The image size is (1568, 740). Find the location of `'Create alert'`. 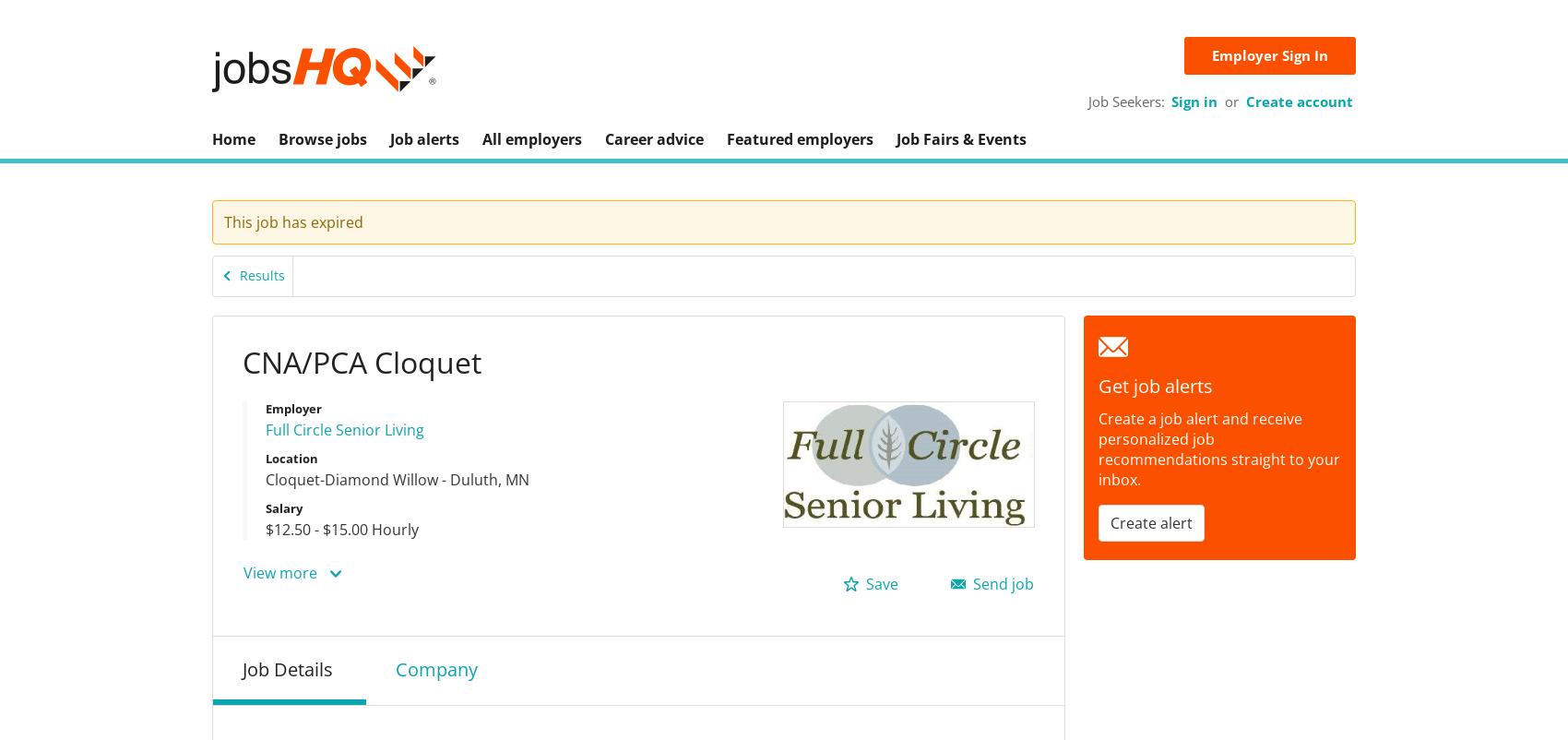

'Create alert' is located at coordinates (1150, 521).